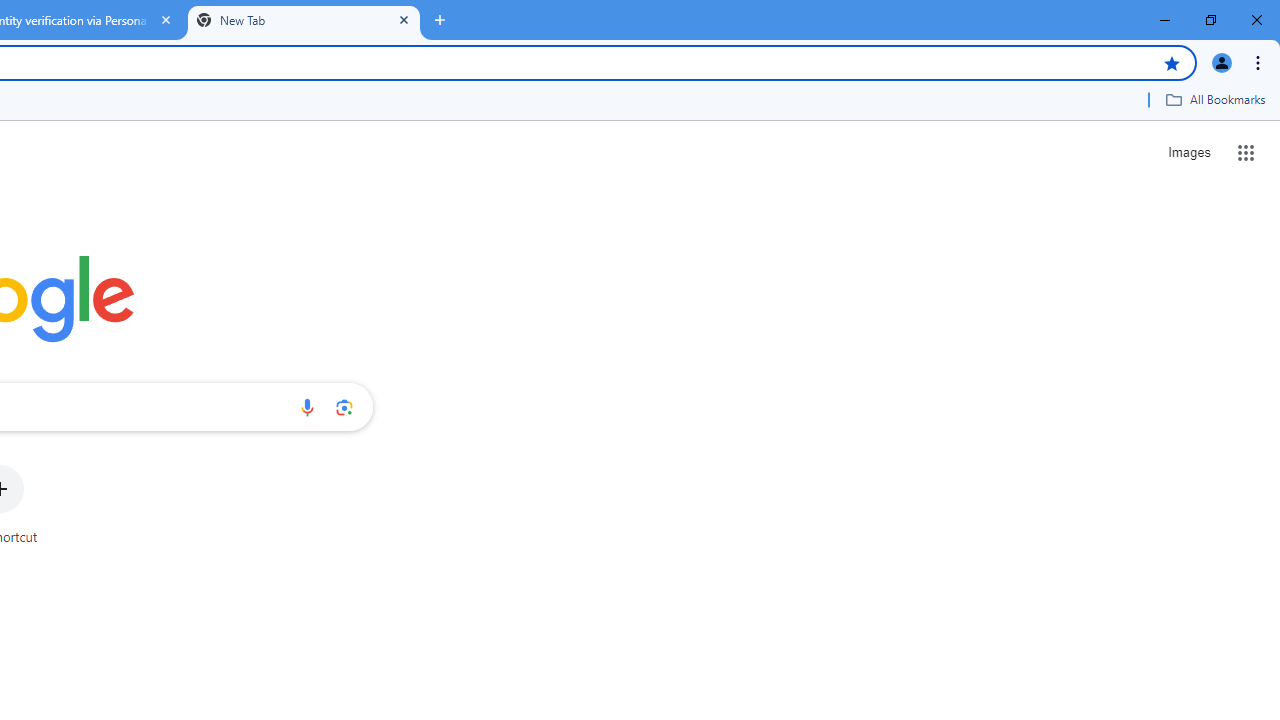 Image resolution: width=1280 pixels, height=720 pixels. I want to click on 'Minimize', so click(1165, 20).